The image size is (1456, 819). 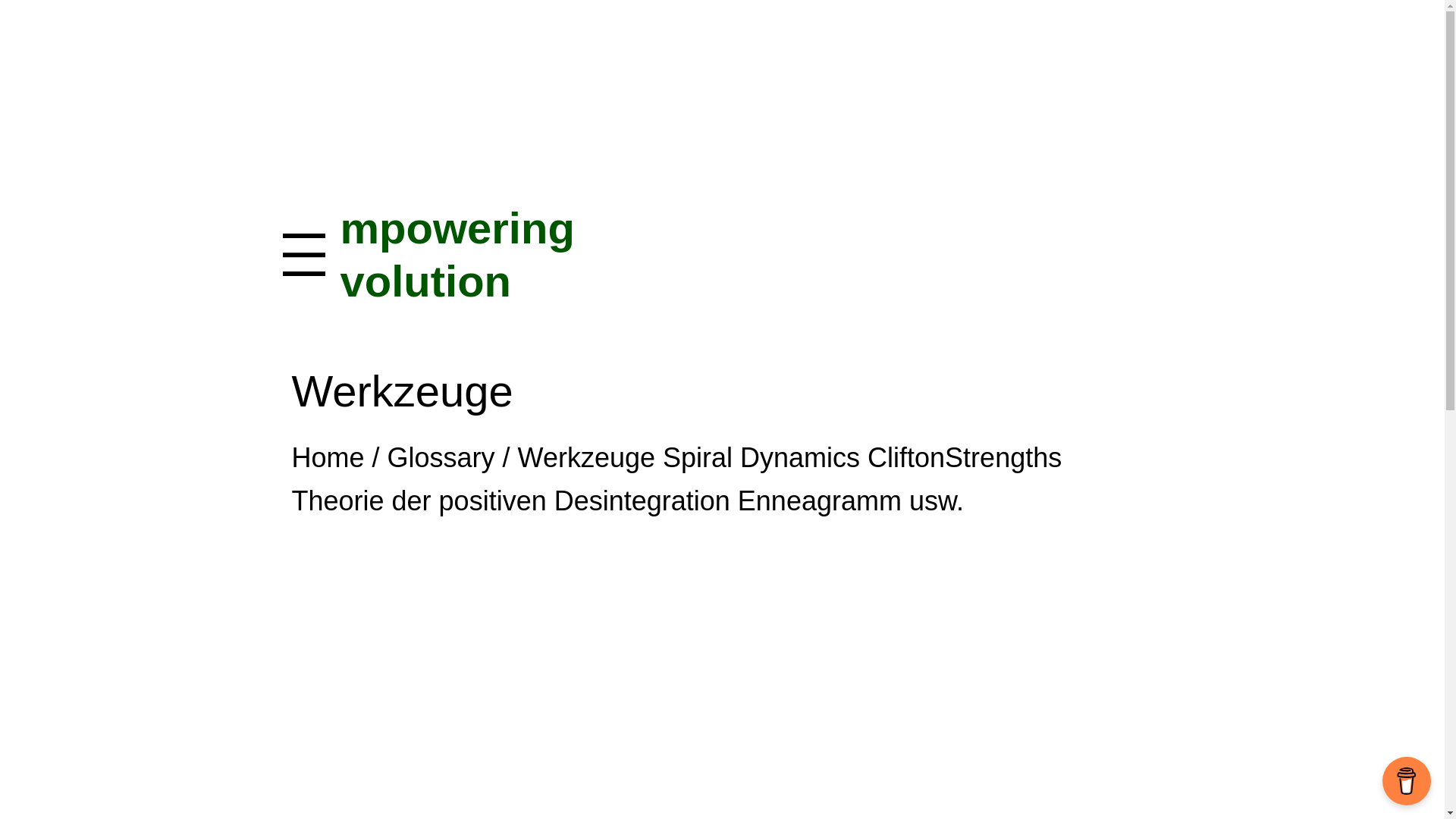 What do you see at coordinates (456, 253) in the screenshot?
I see `'mpowering` at bounding box center [456, 253].